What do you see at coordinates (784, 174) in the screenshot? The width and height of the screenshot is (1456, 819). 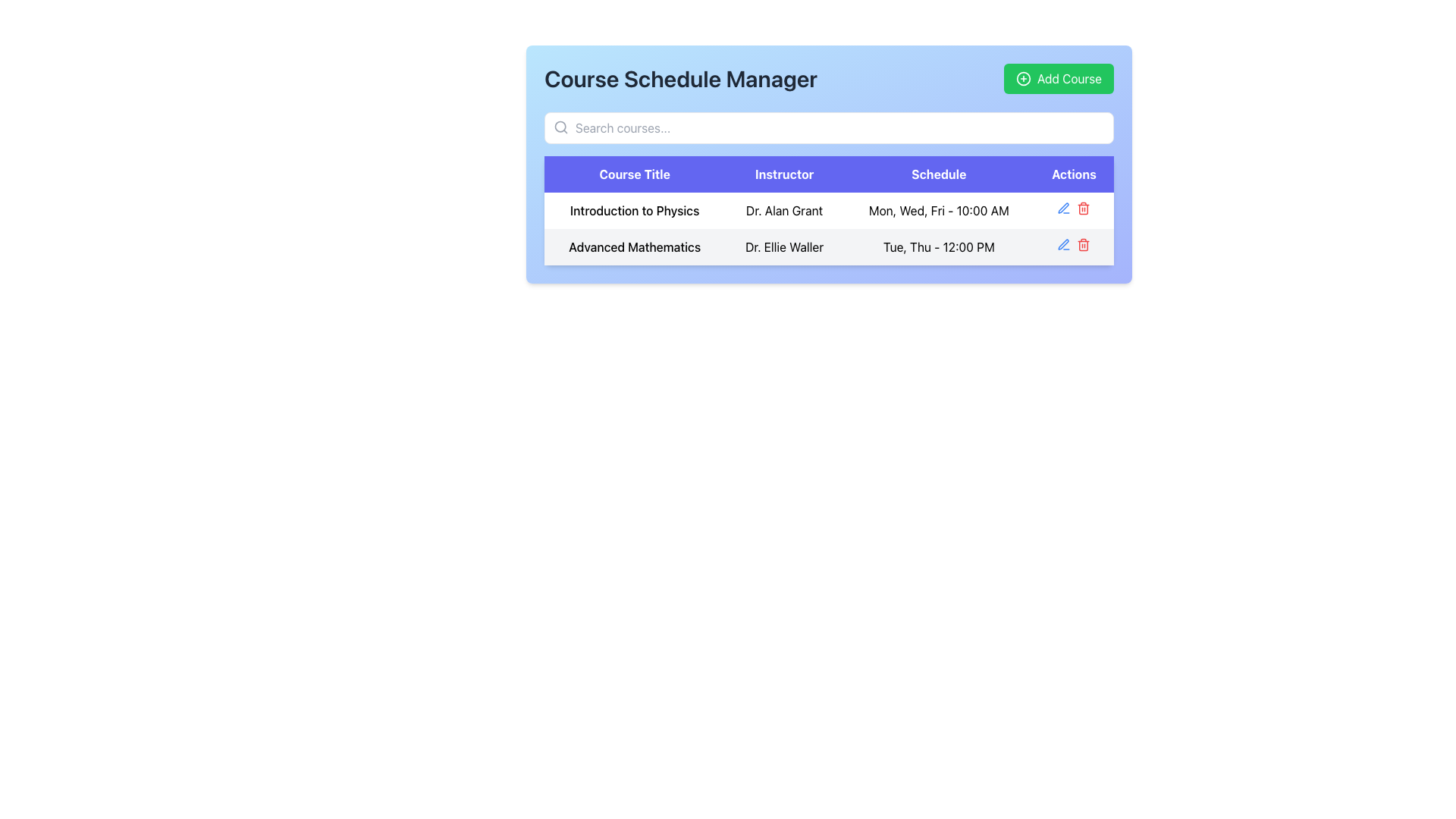 I see `the static text label 'Instructor' column header in the Course Schedule Manager table, which is the second column header between 'Course Title' and 'Schedule'` at bounding box center [784, 174].